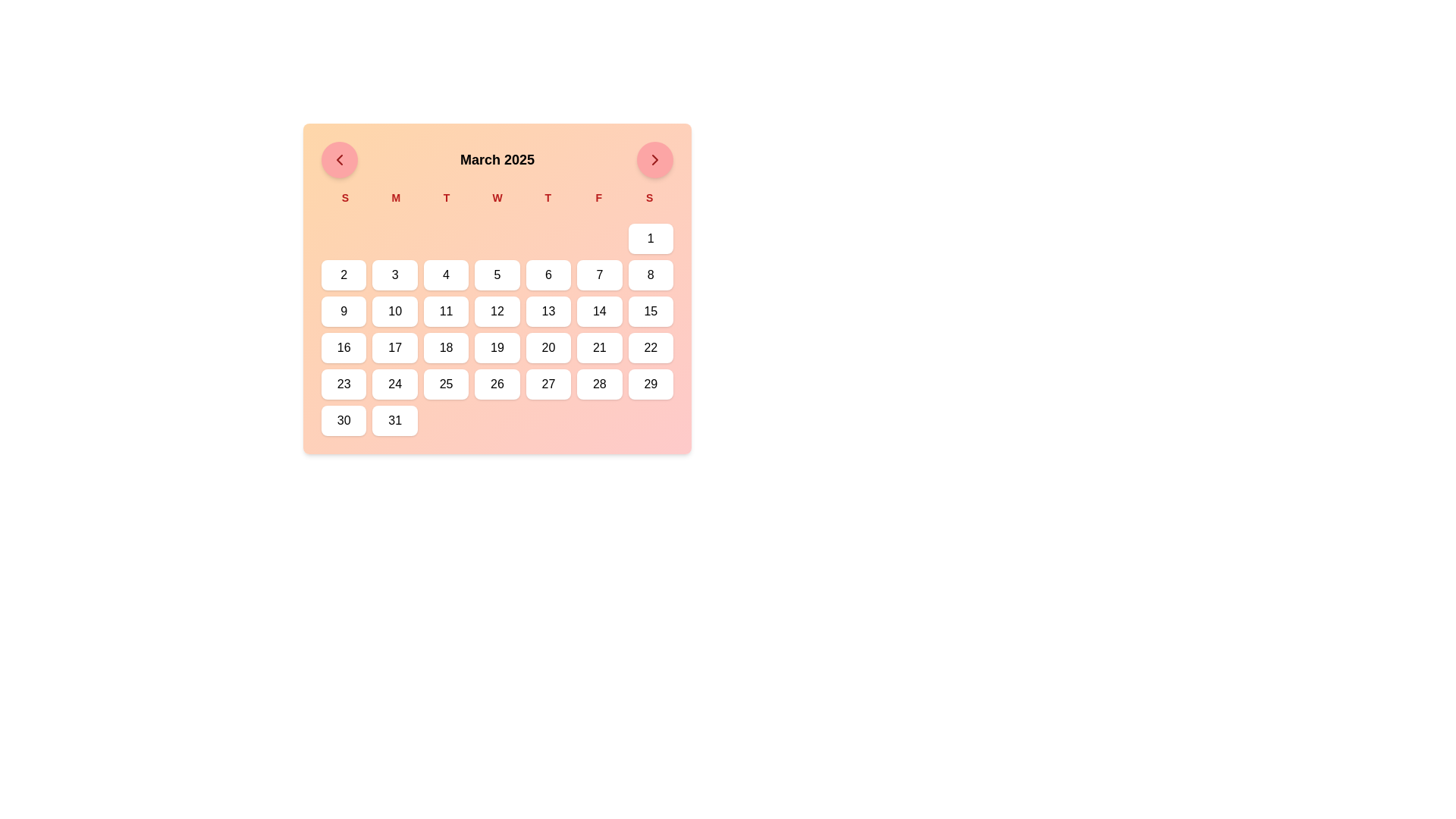  Describe the element at coordinates (497, 348) in the screenshot. I see `the button labeled '19'` at that location.